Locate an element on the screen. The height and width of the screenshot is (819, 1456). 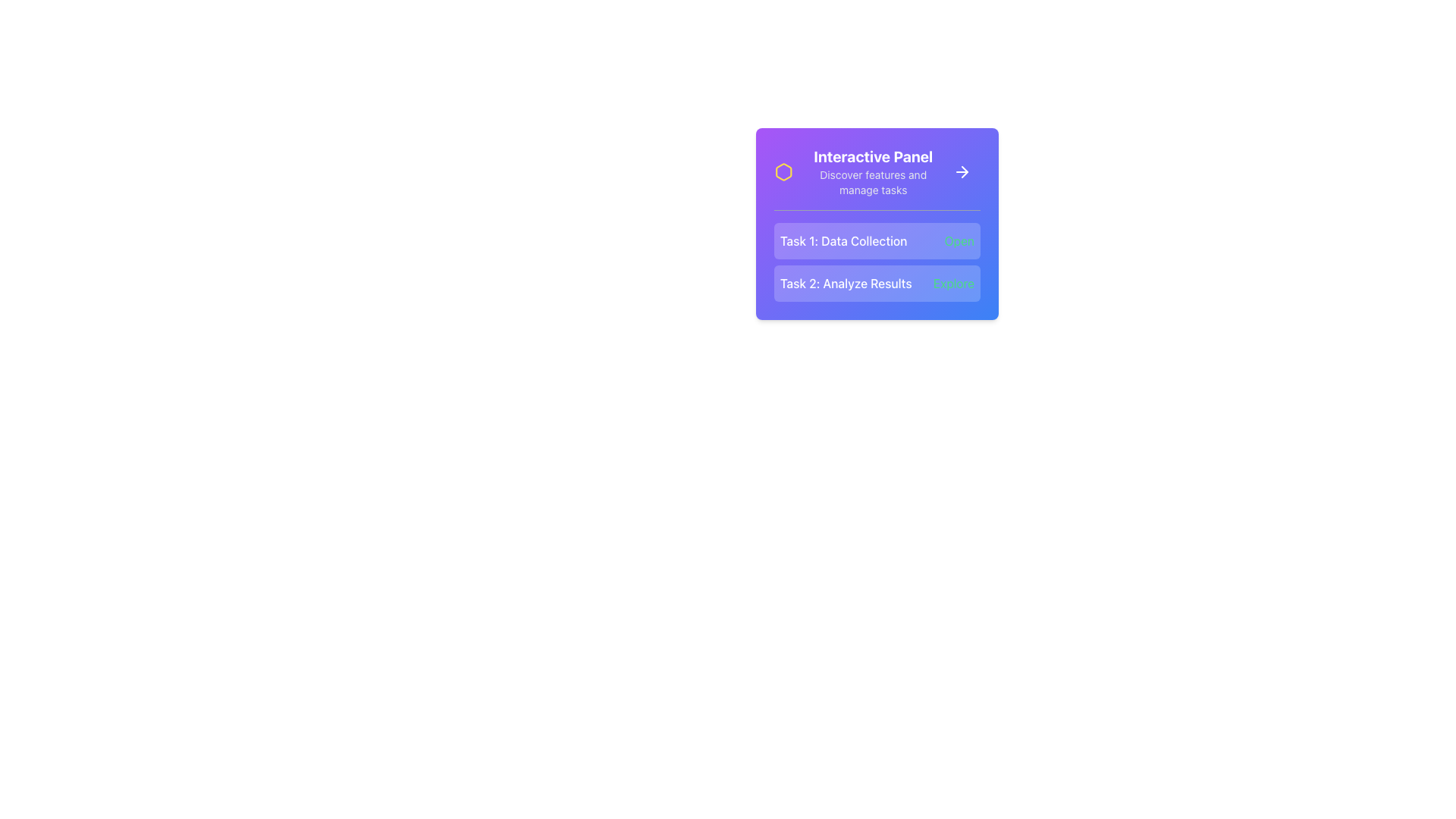
text from the 'Interactive Panel' text label, which is styled in bold and larger font at the top of a card-like interface is located at coordinates (873, 157).